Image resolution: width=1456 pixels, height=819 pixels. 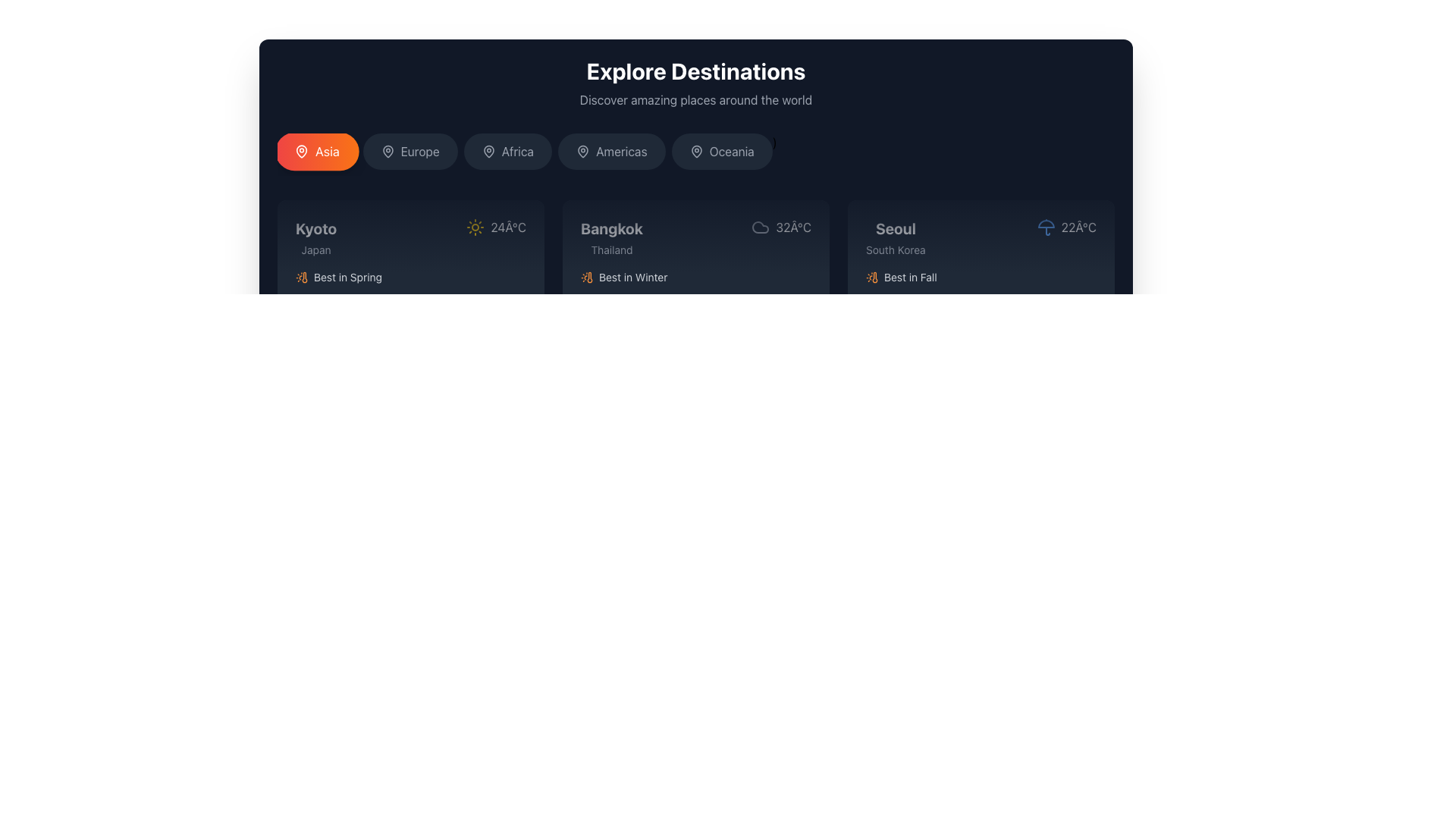 I want to click on the 'Europe' text label within the navigation button, so click(x=420, y=152).